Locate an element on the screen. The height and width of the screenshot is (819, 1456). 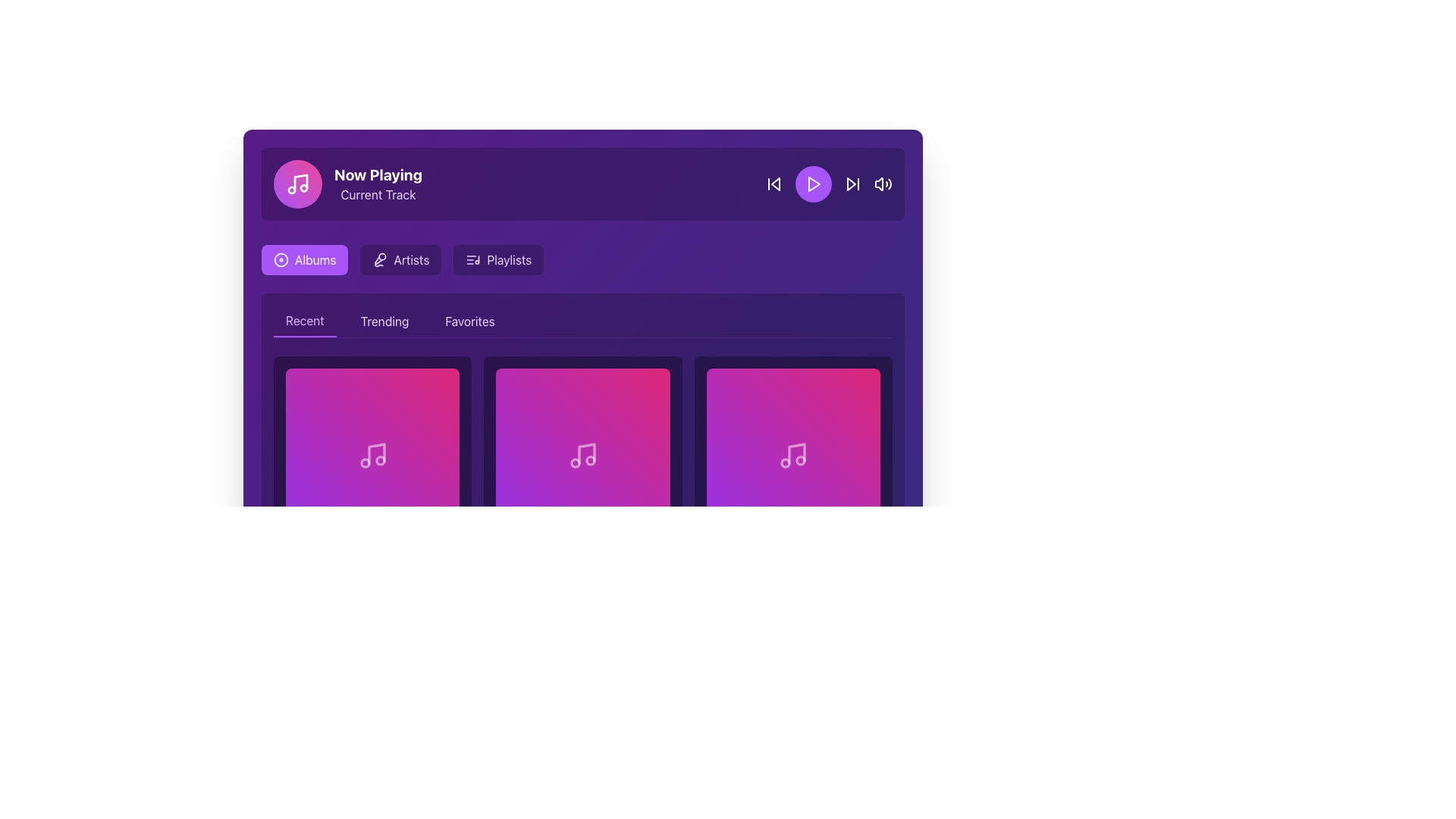
the 'Recent' tab navigation button, which is the leftmost option in the navigation bar, to potentially trigger a tooltip or visual feedback is located at coordinates (304, 321).